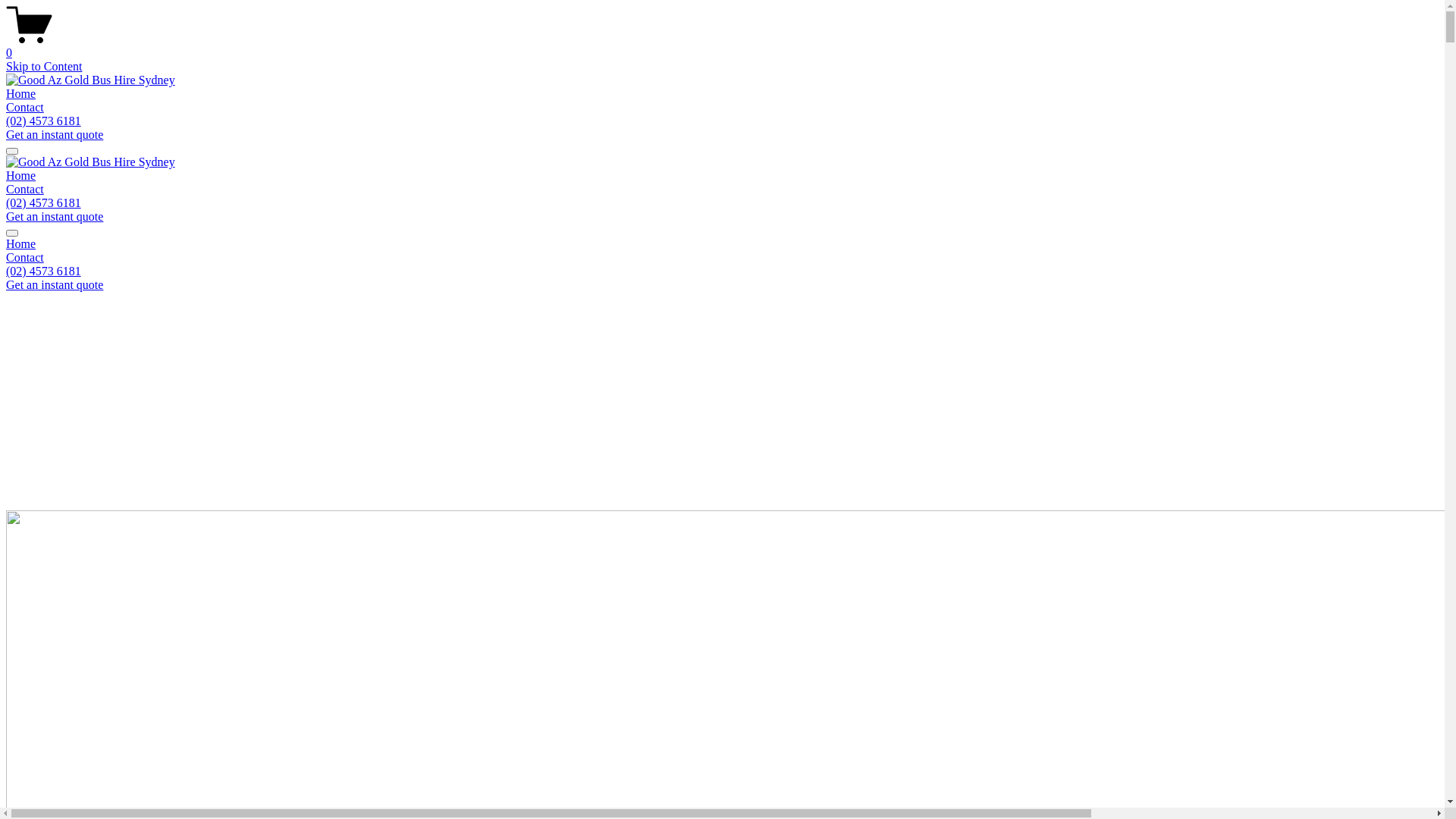  I want to click on '(02) 4573 6181', so click(6, 202).